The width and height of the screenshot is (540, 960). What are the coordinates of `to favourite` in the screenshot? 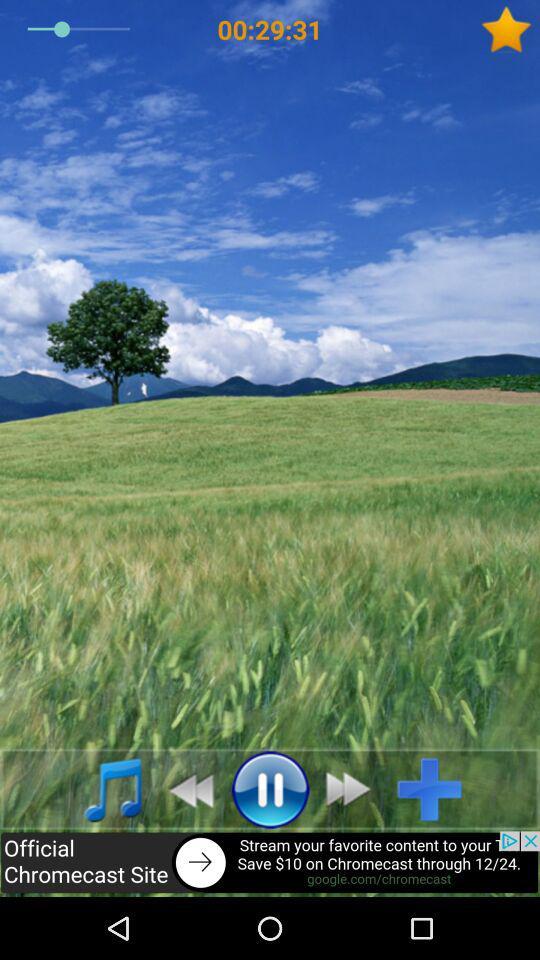 It's located at (510, 28).